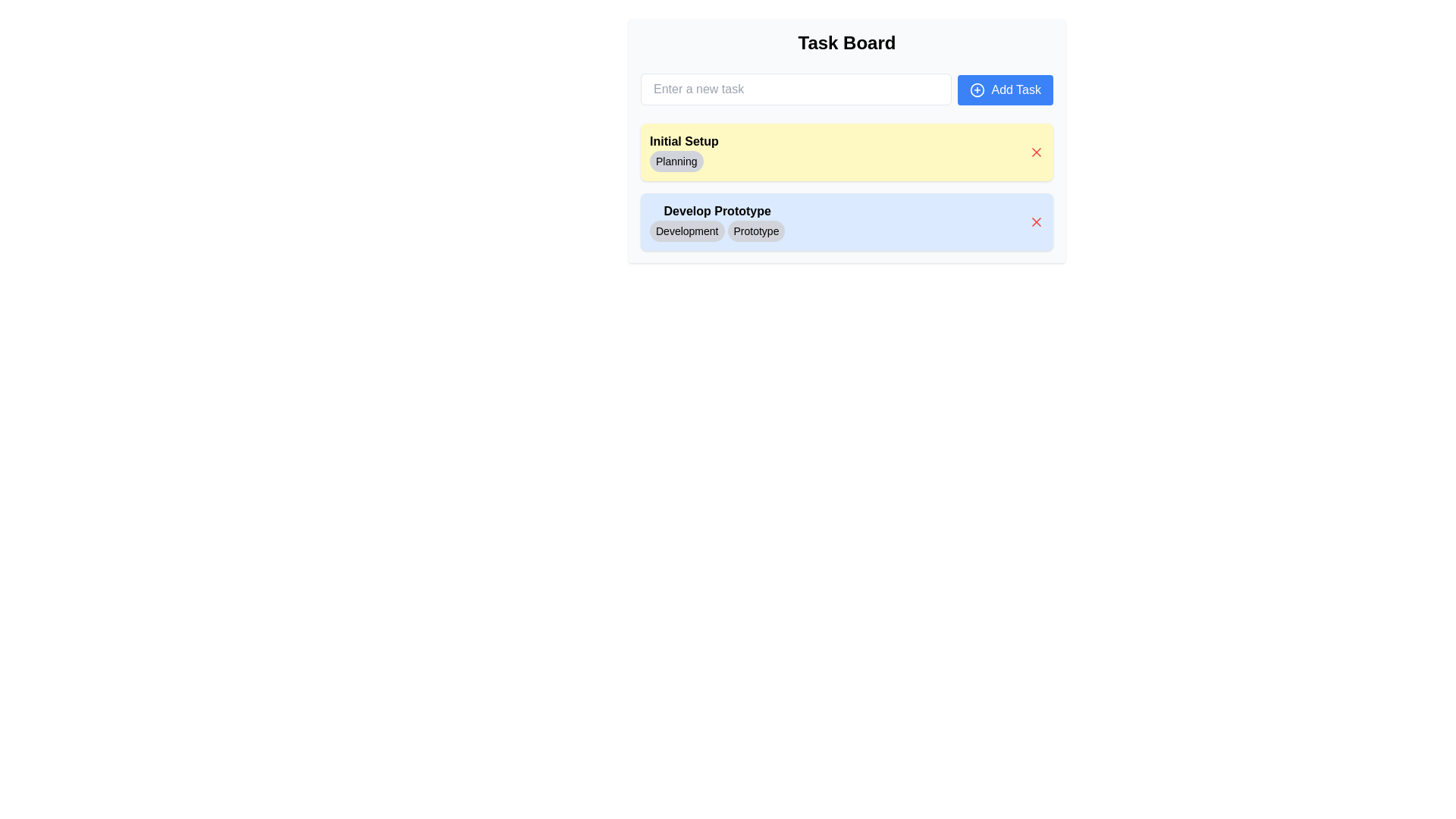 This screenshot has width=1456, height=819. Describe the element at coordinates (717, 222) in the screenshot. I see `the 'Development' and 'Prototype' text tags located in the second task card of the task board interface to filter tasks by category` at that location.